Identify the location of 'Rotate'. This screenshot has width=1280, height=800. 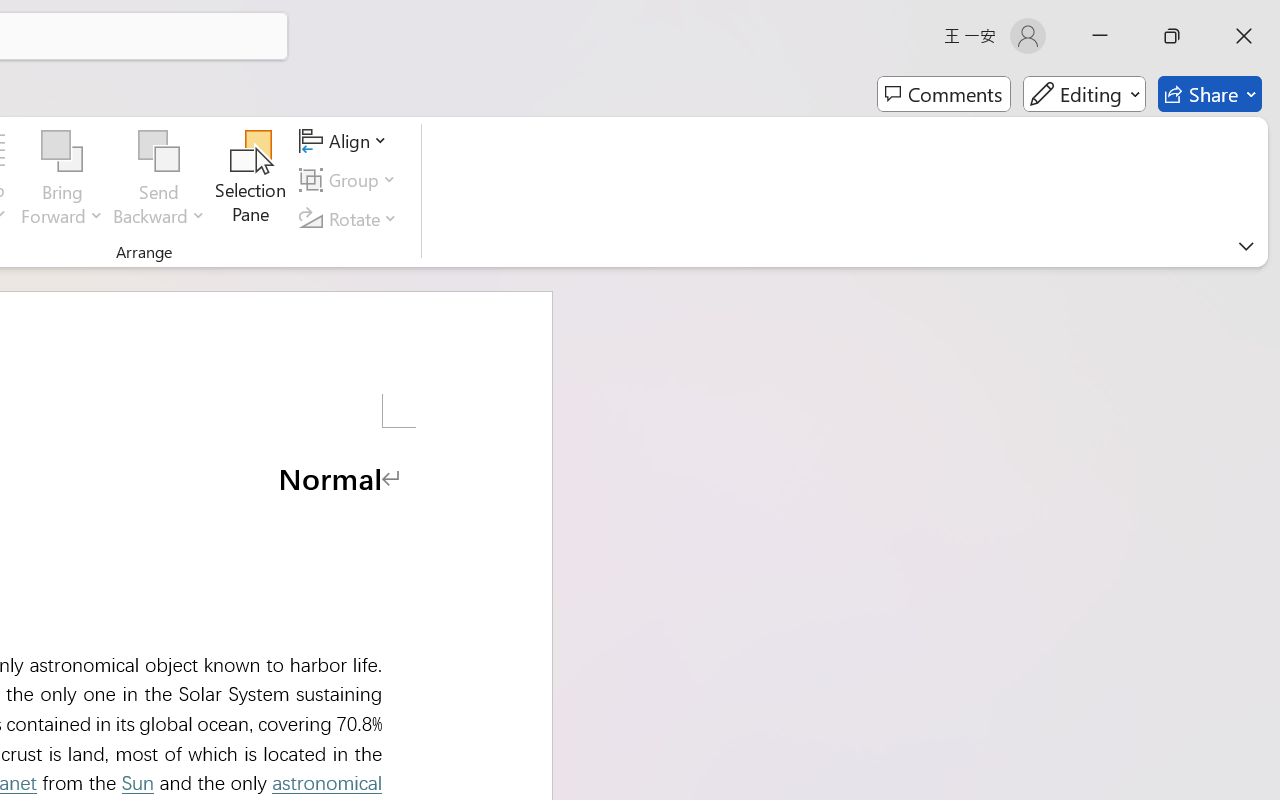
(351, 218).